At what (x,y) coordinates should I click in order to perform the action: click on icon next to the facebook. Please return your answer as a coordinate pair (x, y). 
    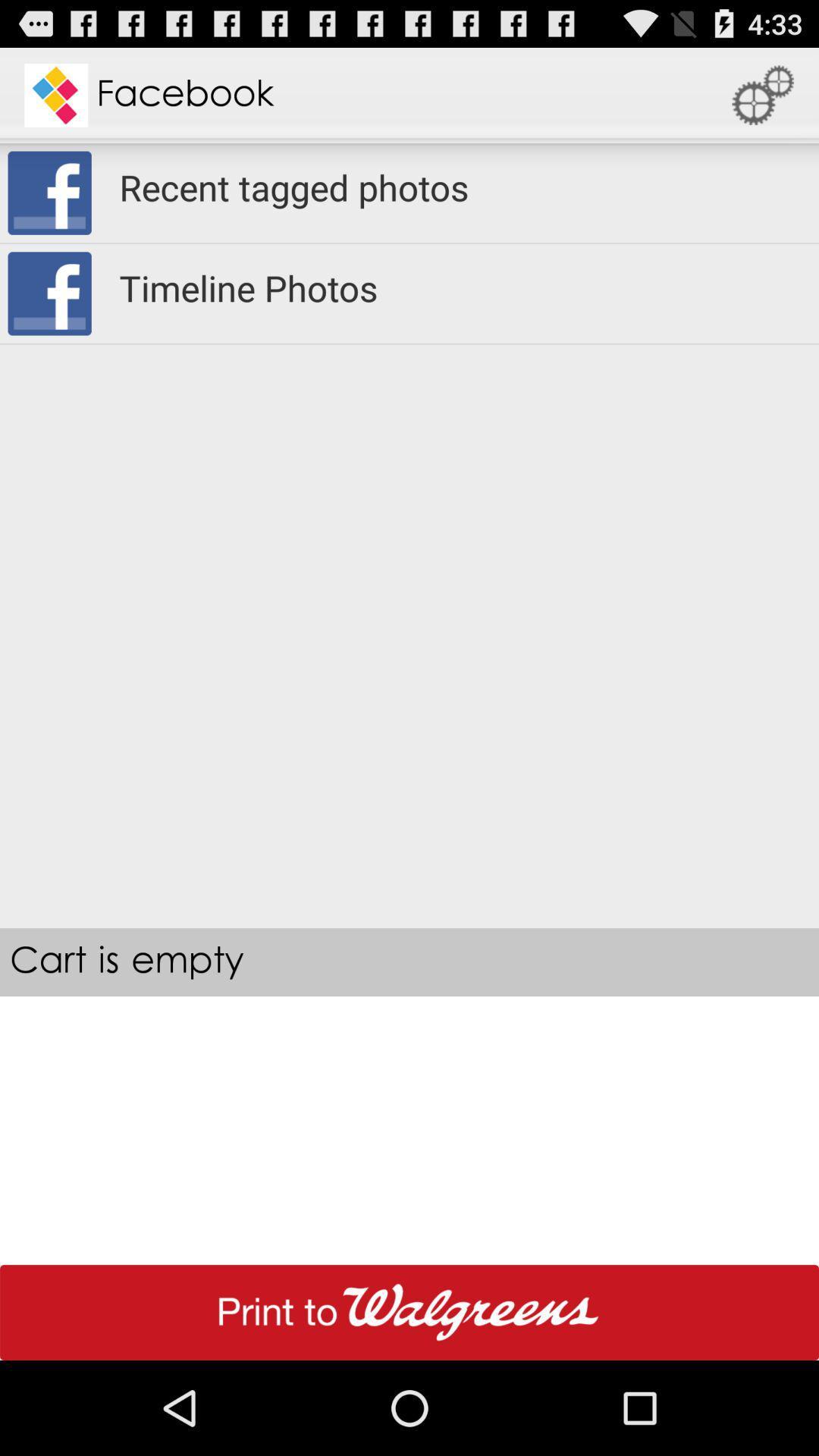
    Looking at the image, I should click on (763, 94).